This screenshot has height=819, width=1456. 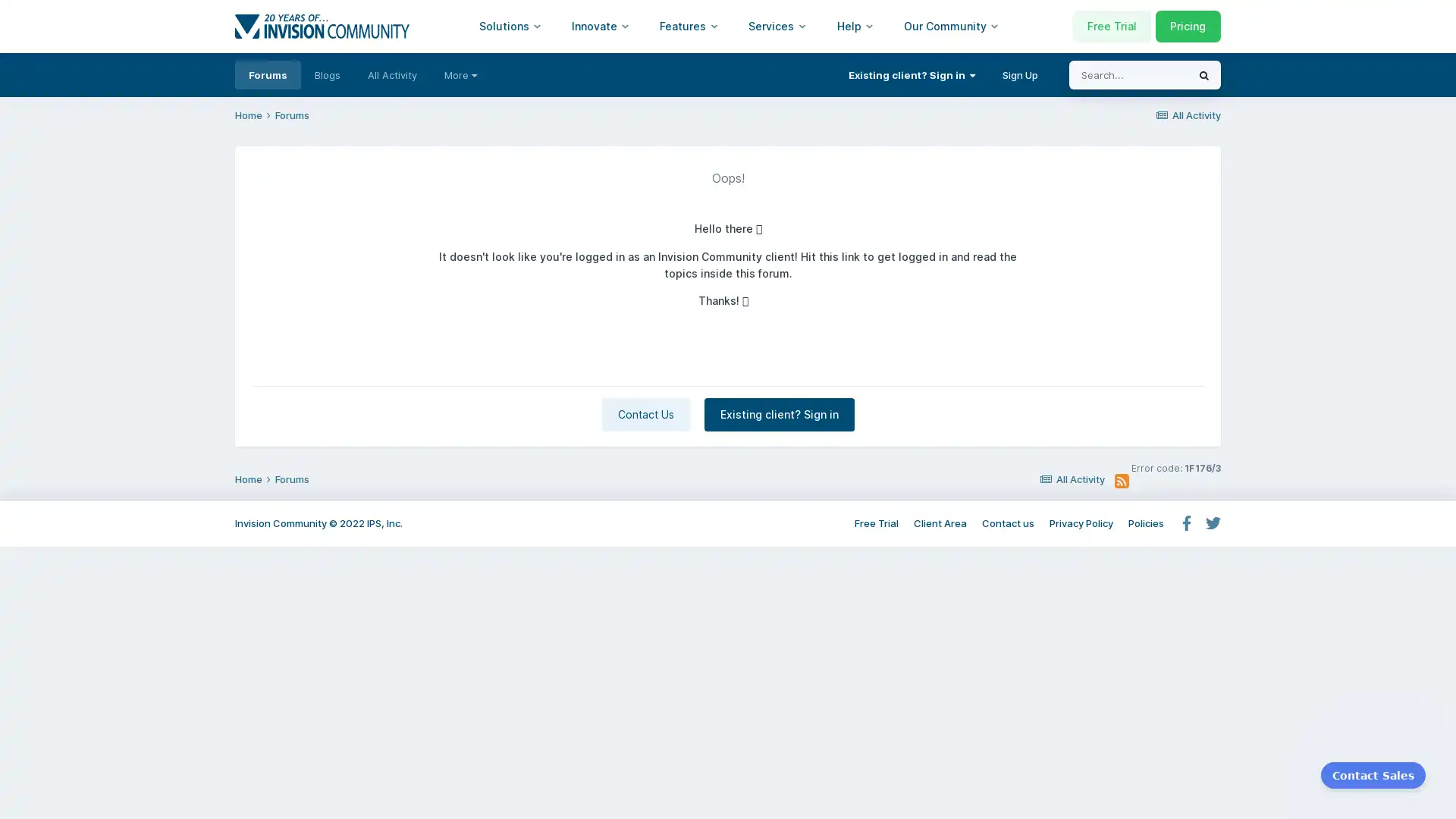 What do you see at coordinates (1203, 75) in the screenshot?
I see `Search` at bounding box center [1203, 75].